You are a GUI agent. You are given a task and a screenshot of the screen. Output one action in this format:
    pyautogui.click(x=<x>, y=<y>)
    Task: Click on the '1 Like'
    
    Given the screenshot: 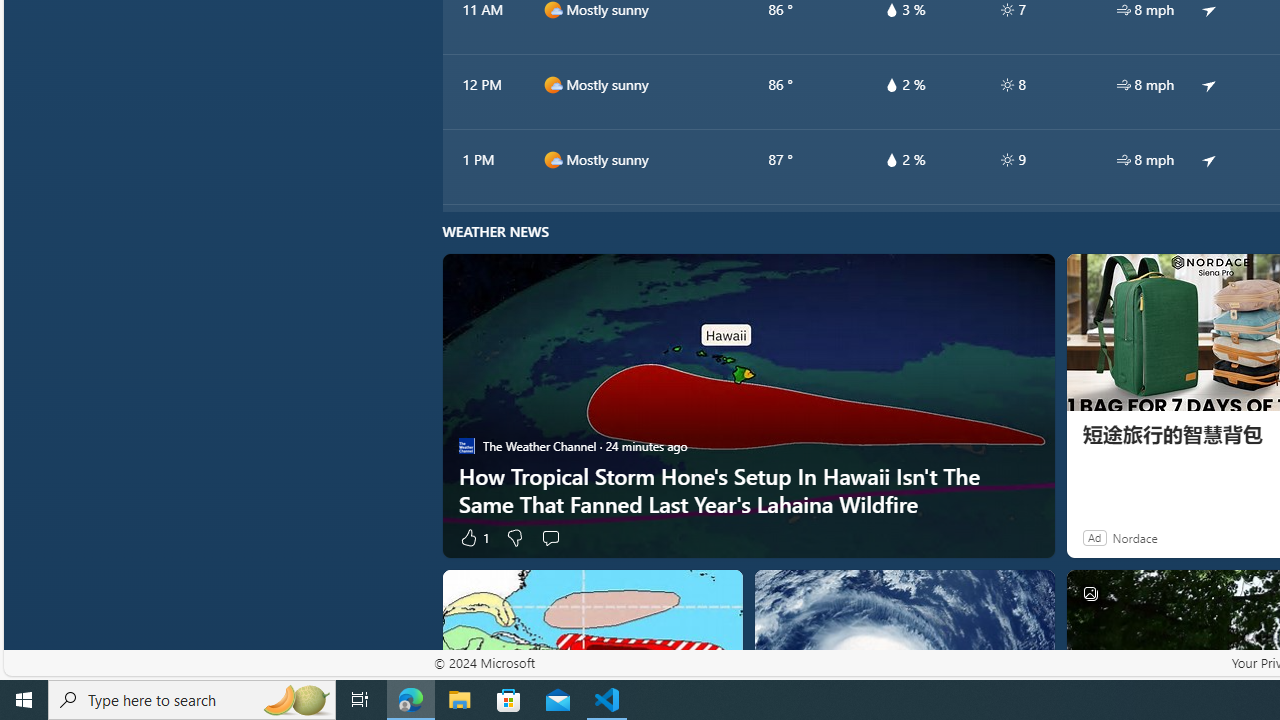 What is the action you would take?
    pyautogui.click(x=472, y=536)
    